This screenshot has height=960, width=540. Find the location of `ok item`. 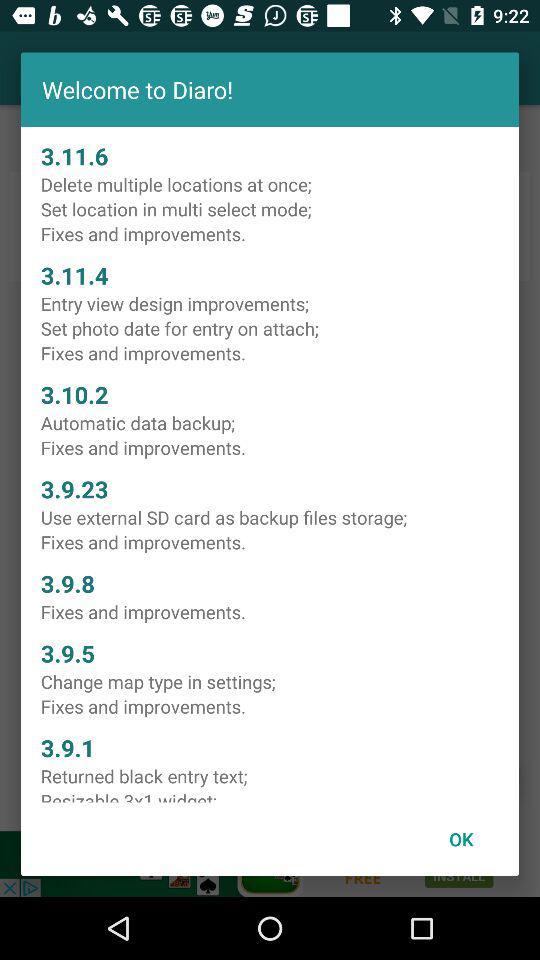

ok item is located at coordinates (461, 839).